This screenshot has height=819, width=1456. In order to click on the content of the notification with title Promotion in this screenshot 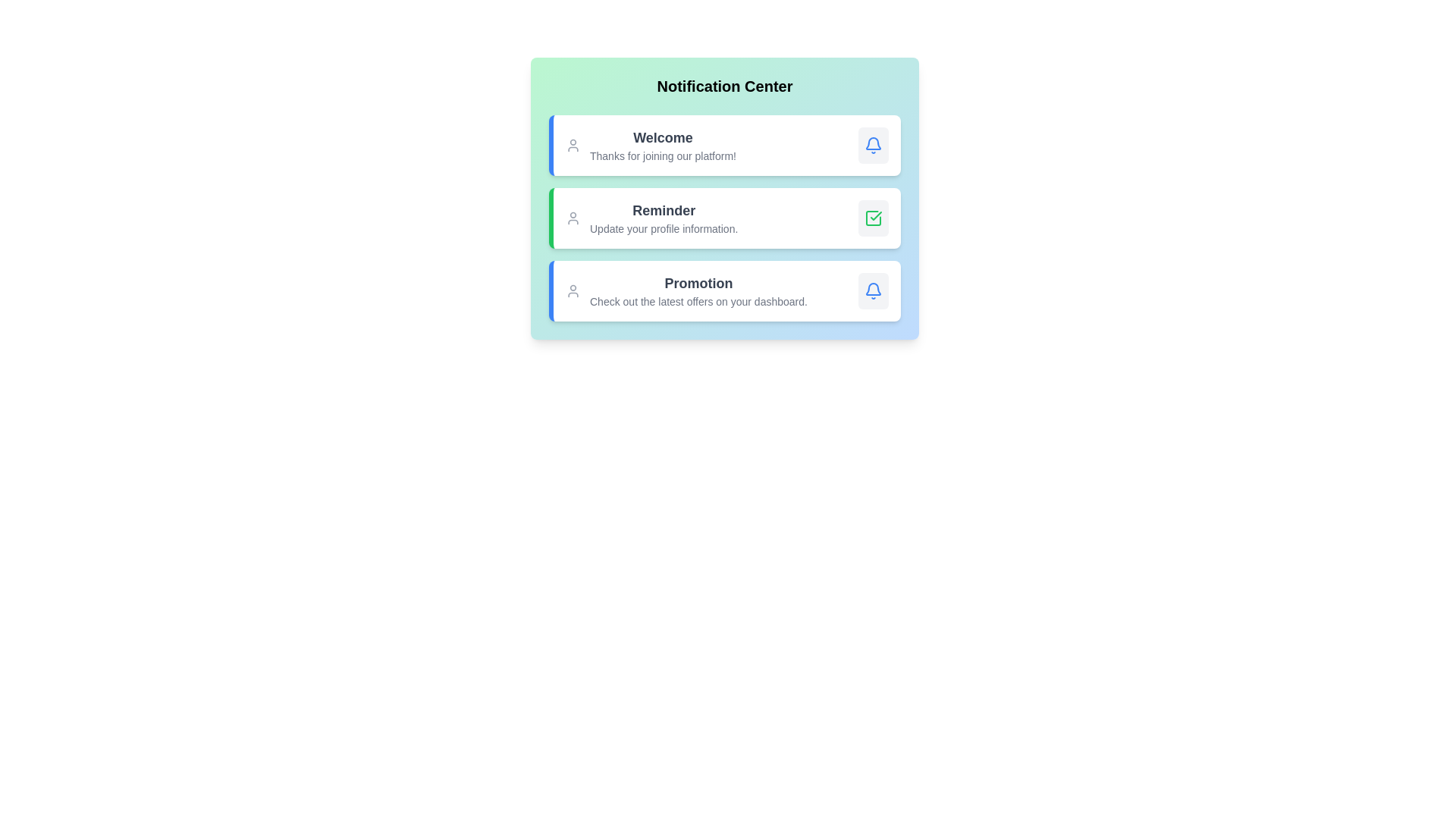, I will do `click(698, 284)`.